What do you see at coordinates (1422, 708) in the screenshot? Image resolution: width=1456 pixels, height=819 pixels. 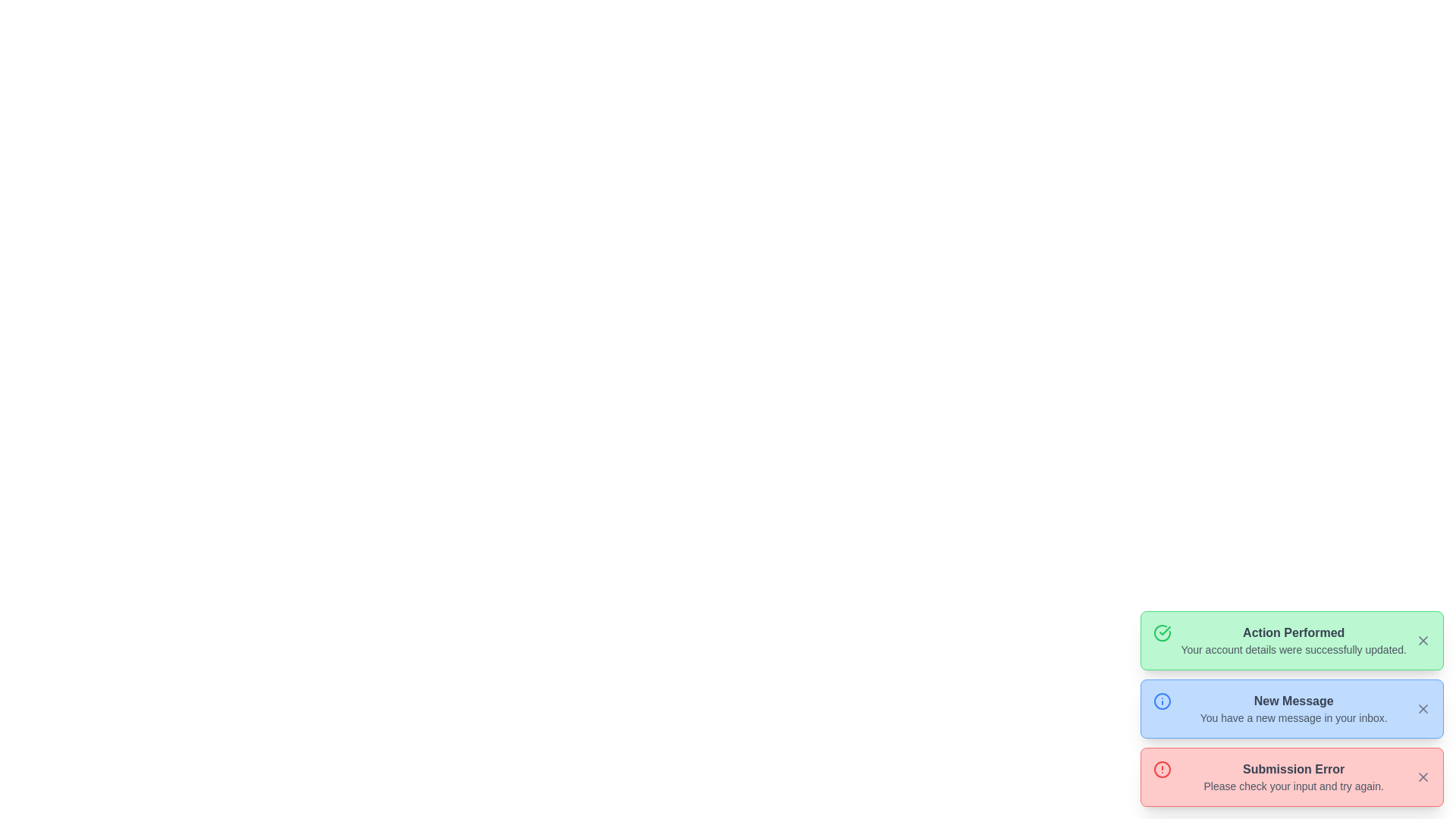 I see `the 'X' icon on the far-right side of the blue notification message` at bounding box center [1422, 708].